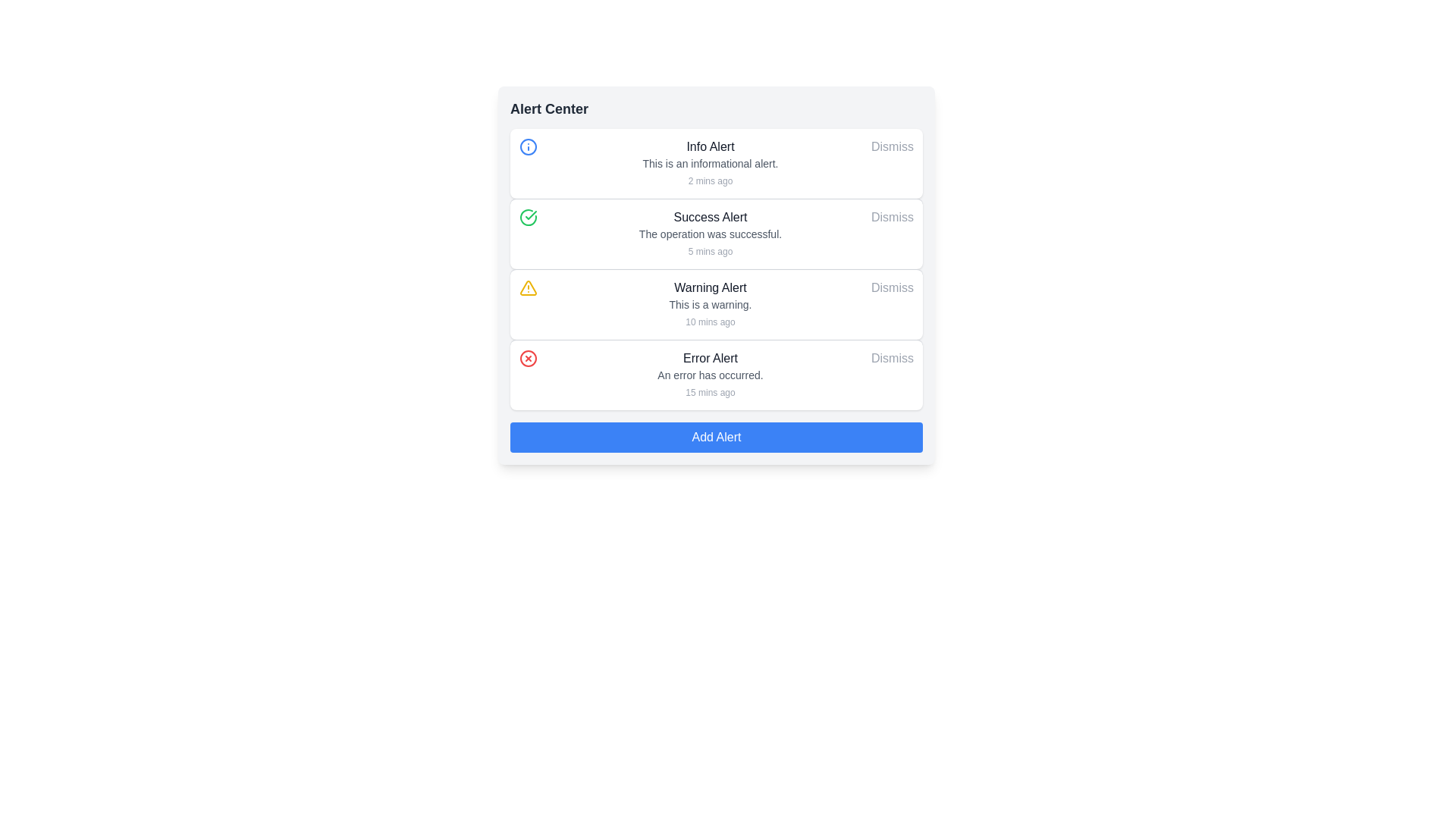 Image resolution: width=1456 pixels, height=819 pixels. What do you see at coordinates (716, 164) in the screenshot?
I see `alert message and timestamp from the first alert notification at the top of the 'Alert Center', which includes 'Info Alert', 'This is an informational alert.', and '2 mins ago'` at bounding box center [716, 164].